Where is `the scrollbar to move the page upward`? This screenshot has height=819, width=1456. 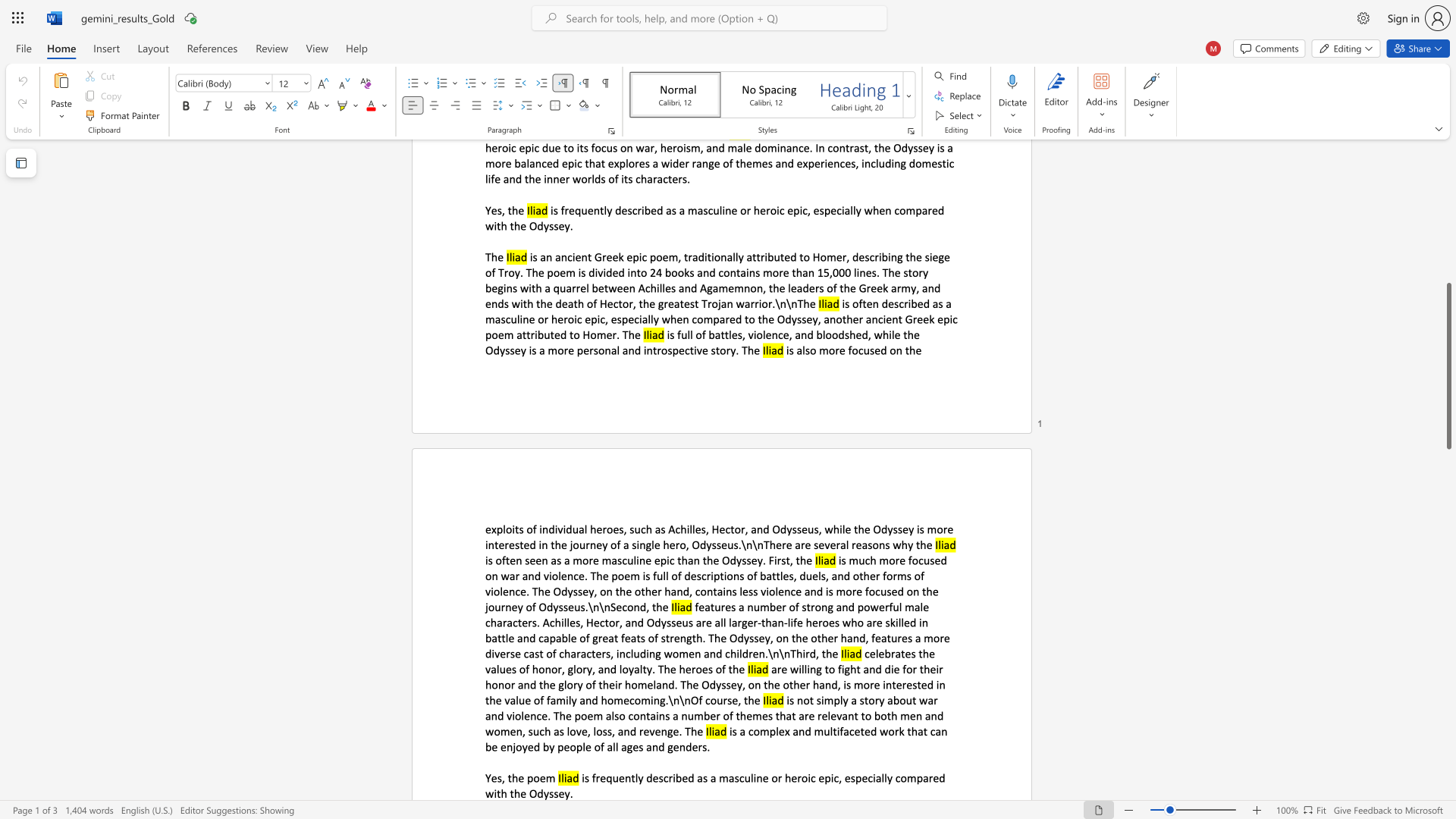
the scrollbar to move the page upward is located at coordinates (1448, 309).